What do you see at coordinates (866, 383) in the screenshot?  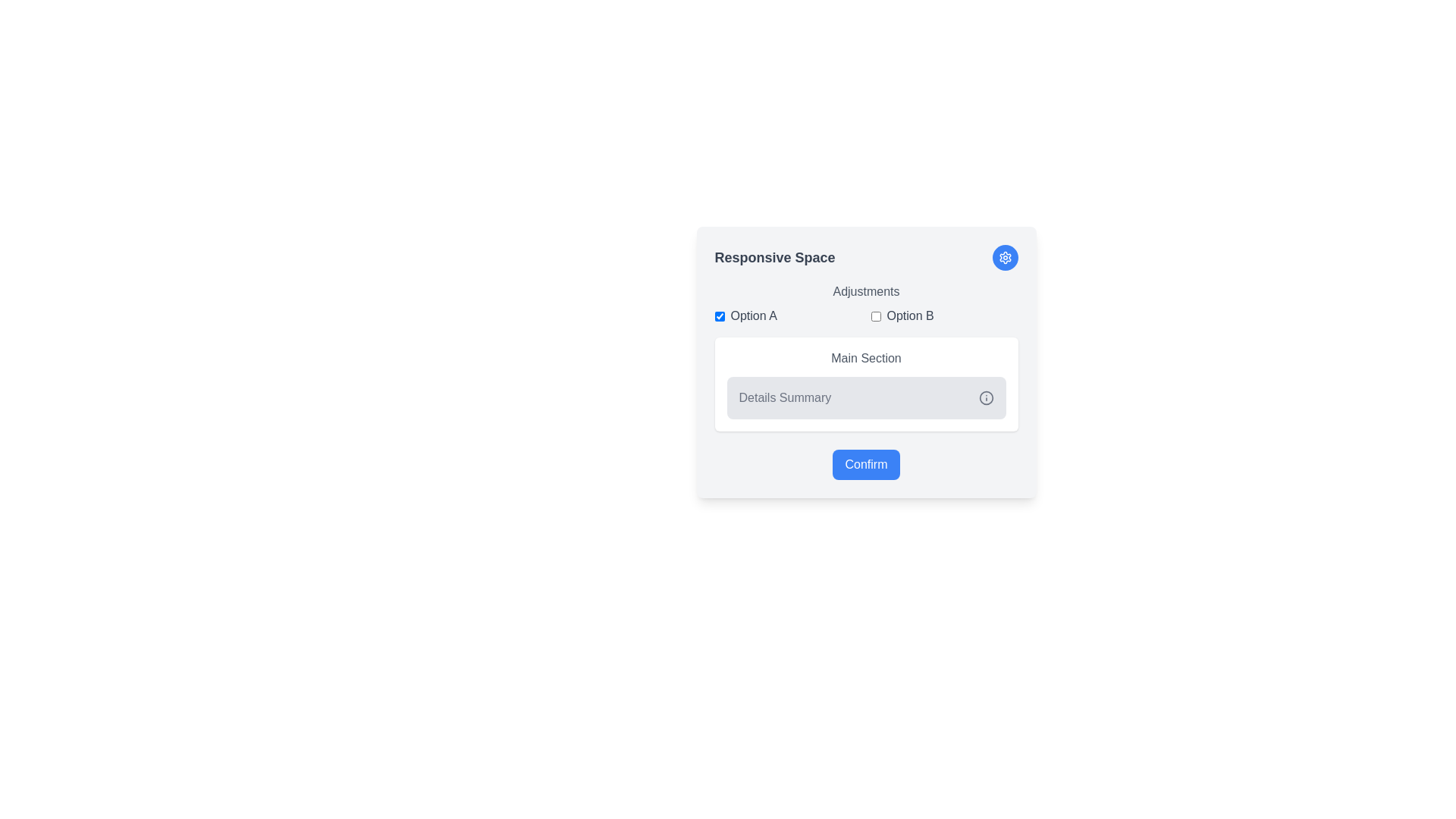 I see `the rectangular card styled with a white background, rounded corners, and a shadow effect located within a modal below the 'Adjustments' section and above the 'Confirm' button` at bounding box center [866, 383].